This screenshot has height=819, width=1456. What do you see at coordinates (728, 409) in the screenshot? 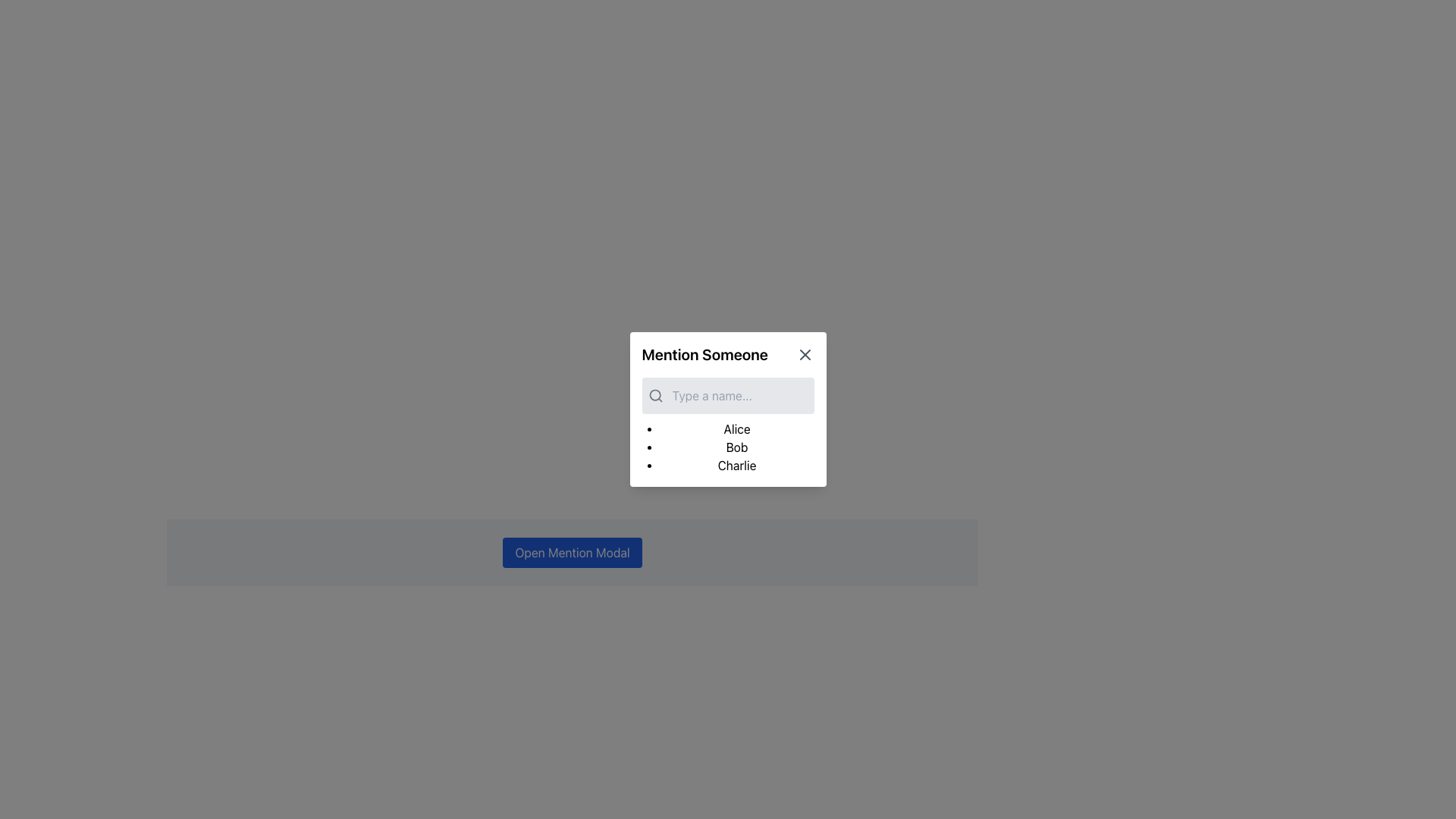
I see `the name 'Alice' from the list in the 'Mention Someone' modal dialog box` at bounding box center [728, 409].